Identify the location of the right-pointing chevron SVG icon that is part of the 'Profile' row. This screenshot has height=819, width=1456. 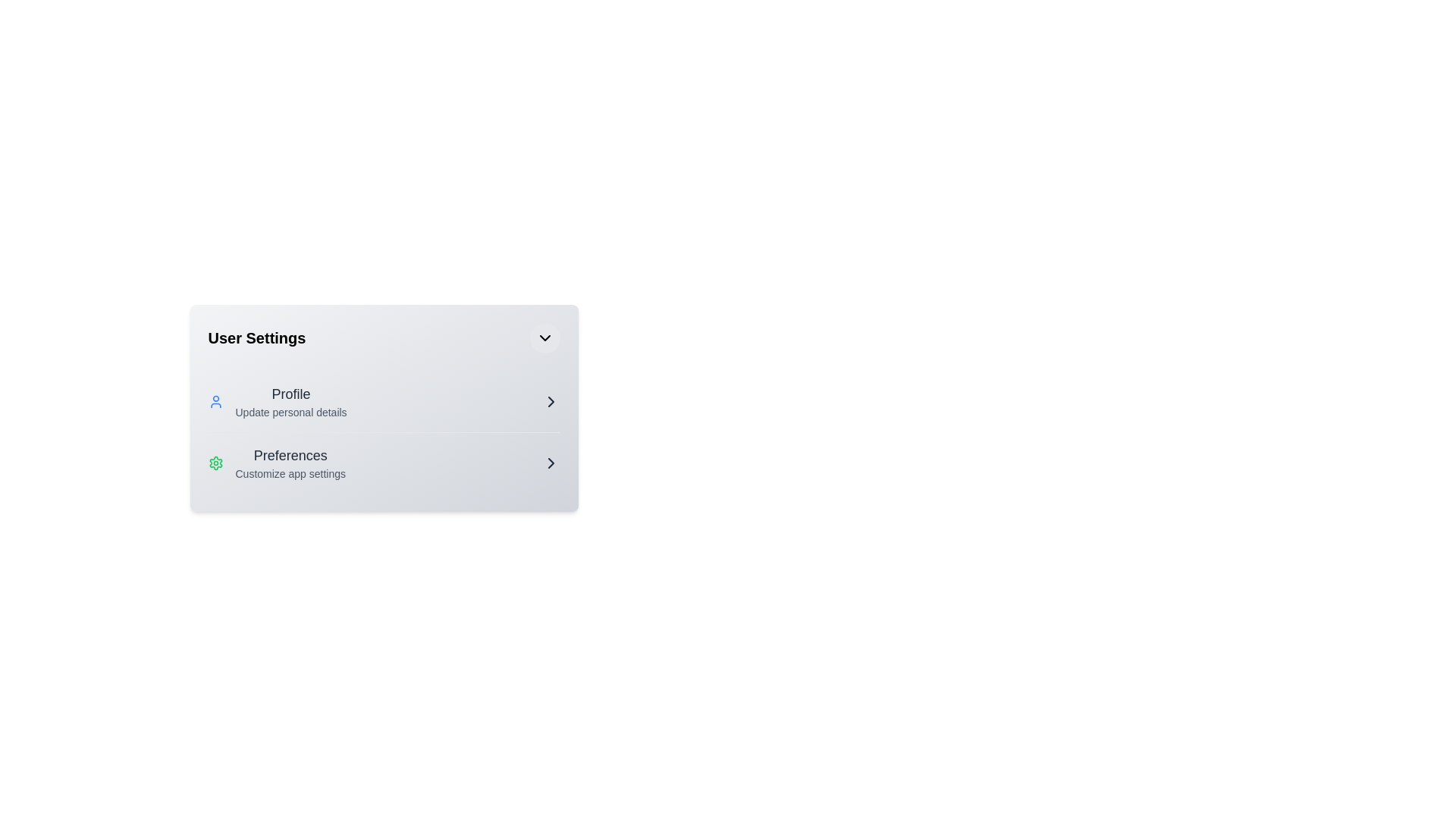
(550, 400).